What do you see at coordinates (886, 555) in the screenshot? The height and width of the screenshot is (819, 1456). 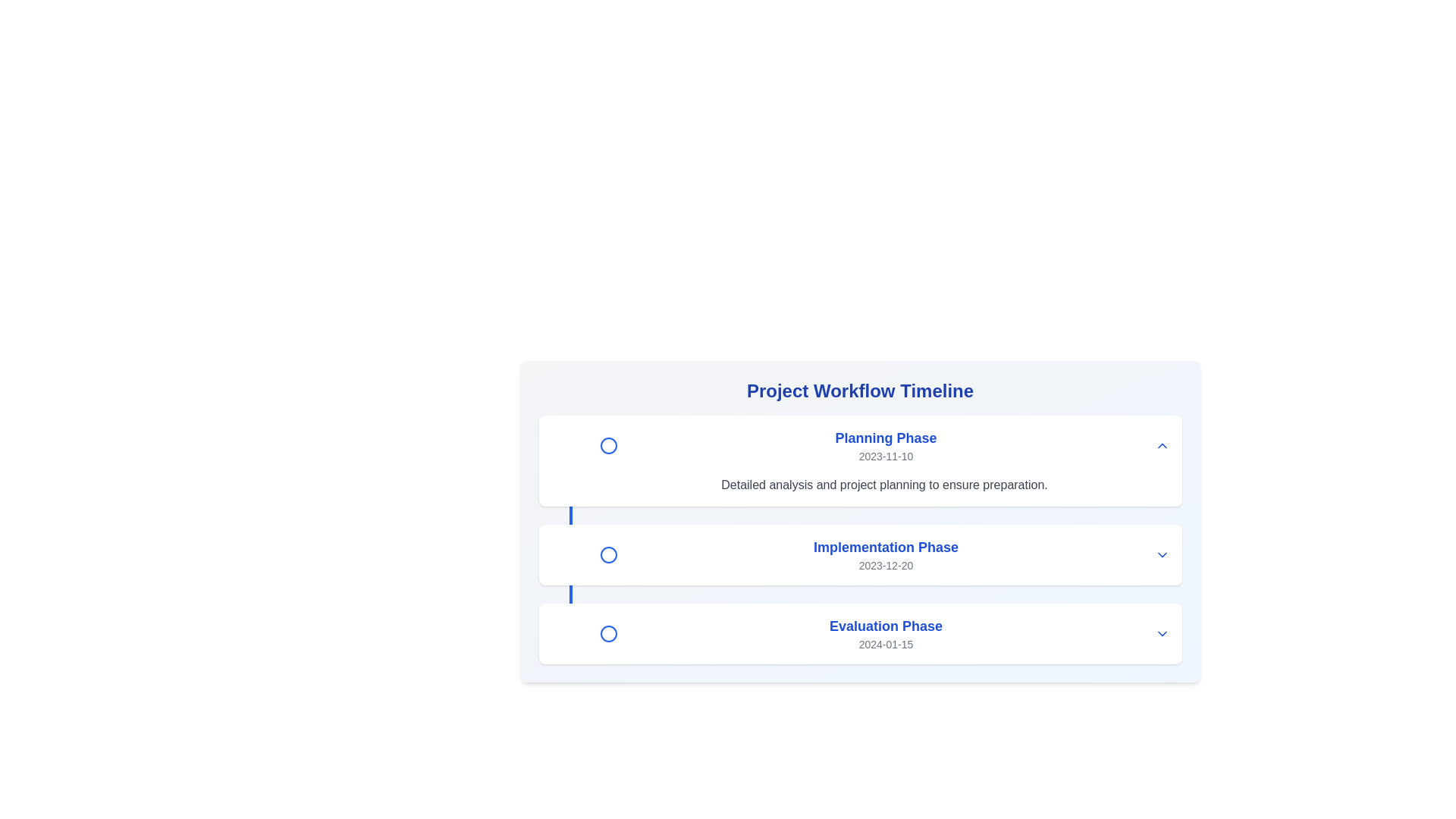 I see `the 'Implementation Phase' informational block, which features bold, blue text and a smaller gray date below it, positioned in a centered timeline` at bounding box center [886, 555].